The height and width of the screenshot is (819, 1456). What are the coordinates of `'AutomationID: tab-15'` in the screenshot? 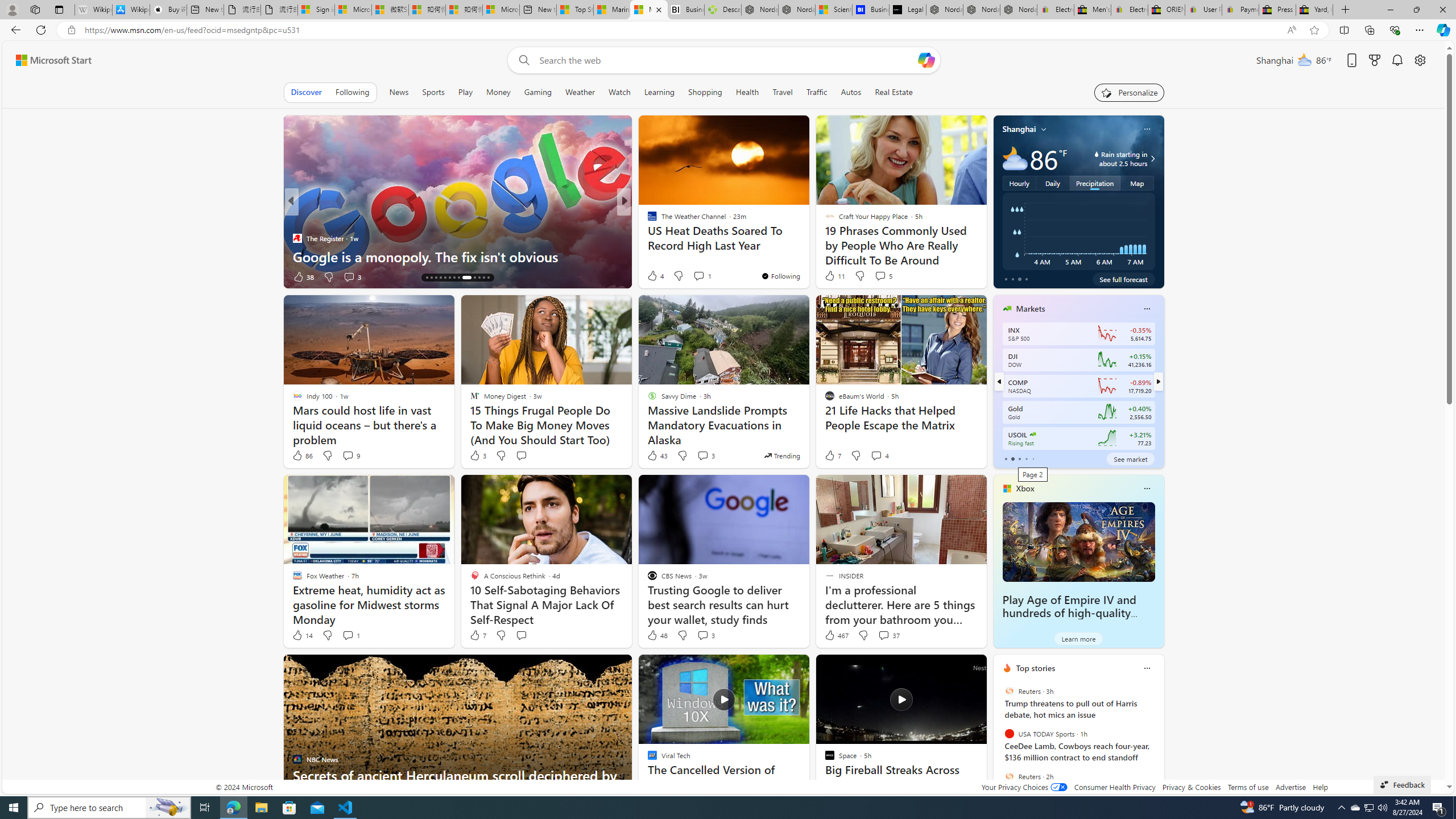 It's located at (431, 277).